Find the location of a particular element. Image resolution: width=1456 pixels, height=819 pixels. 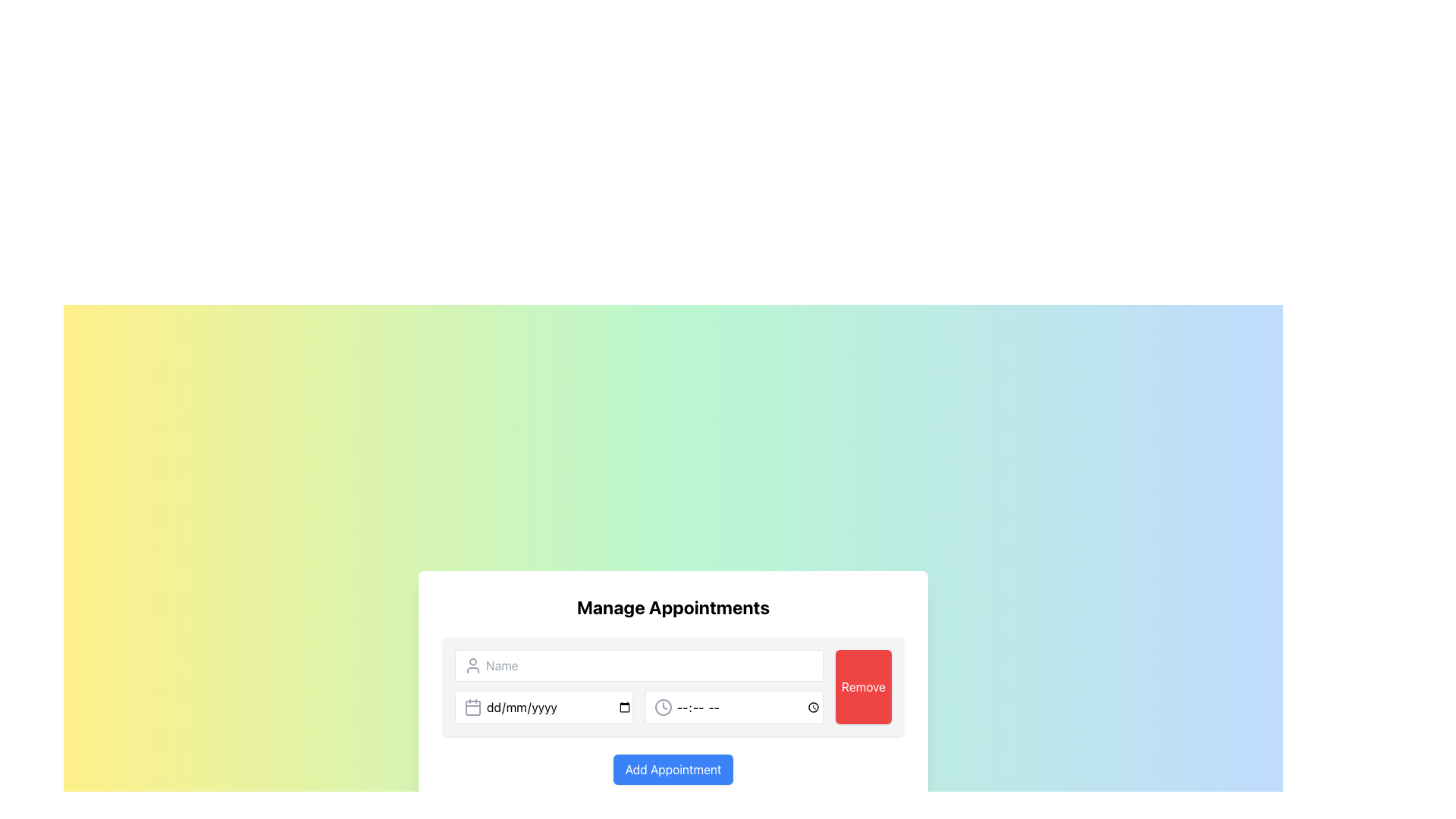

the user silhouette icon, which is gray with a stroke outline and rounded edges, located to the left of the 'Name' input field in the 'Manage Appointments' section is located at coordinates (472, 665).